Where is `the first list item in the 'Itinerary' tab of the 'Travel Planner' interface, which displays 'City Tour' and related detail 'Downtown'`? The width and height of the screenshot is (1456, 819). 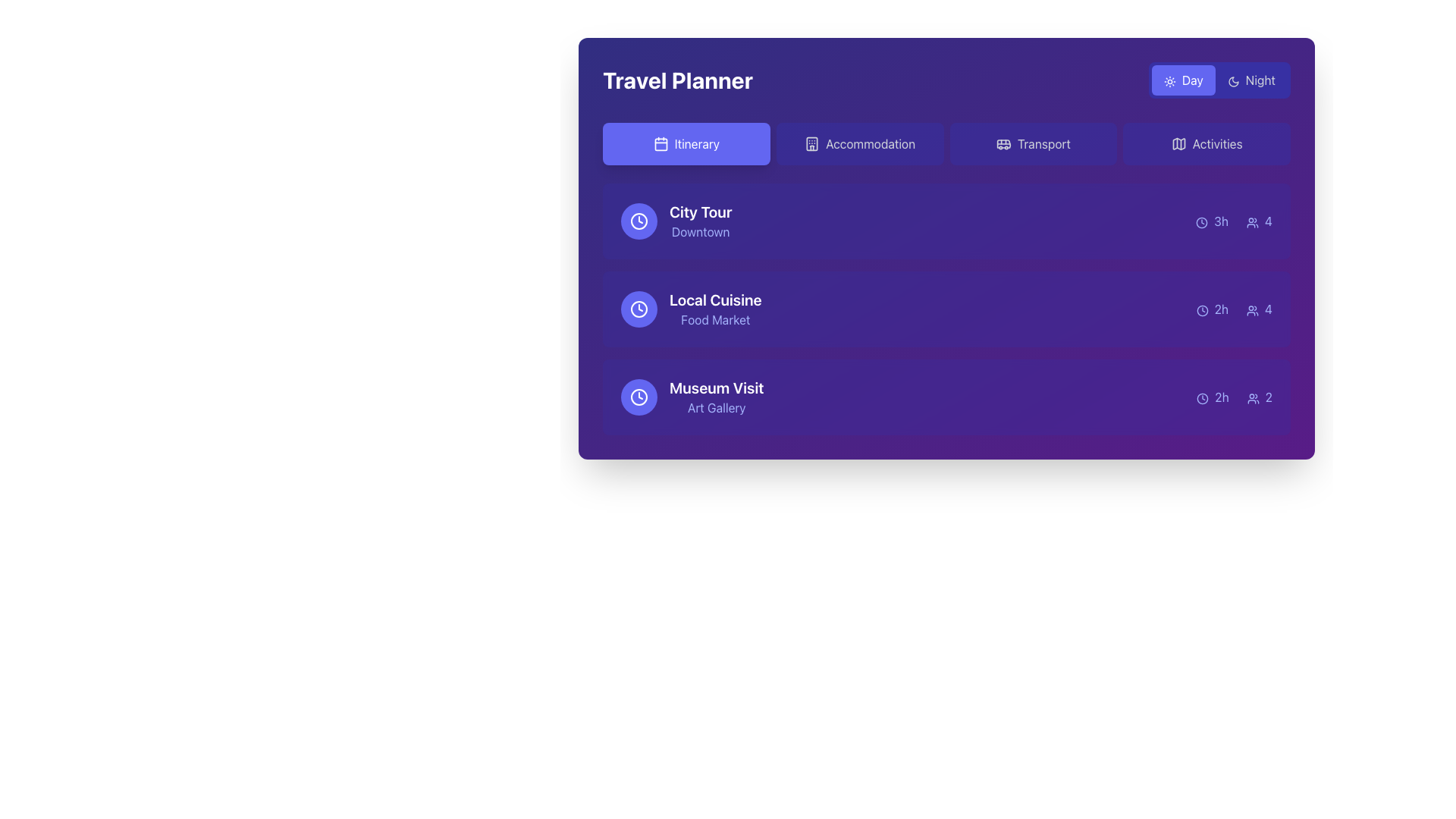 the first list item in the 'Itinerary' tab of the 'Travel Planner' interface, which displays 'City Tour' and related detail 'Downtown' is located at coordinates (676, 221).